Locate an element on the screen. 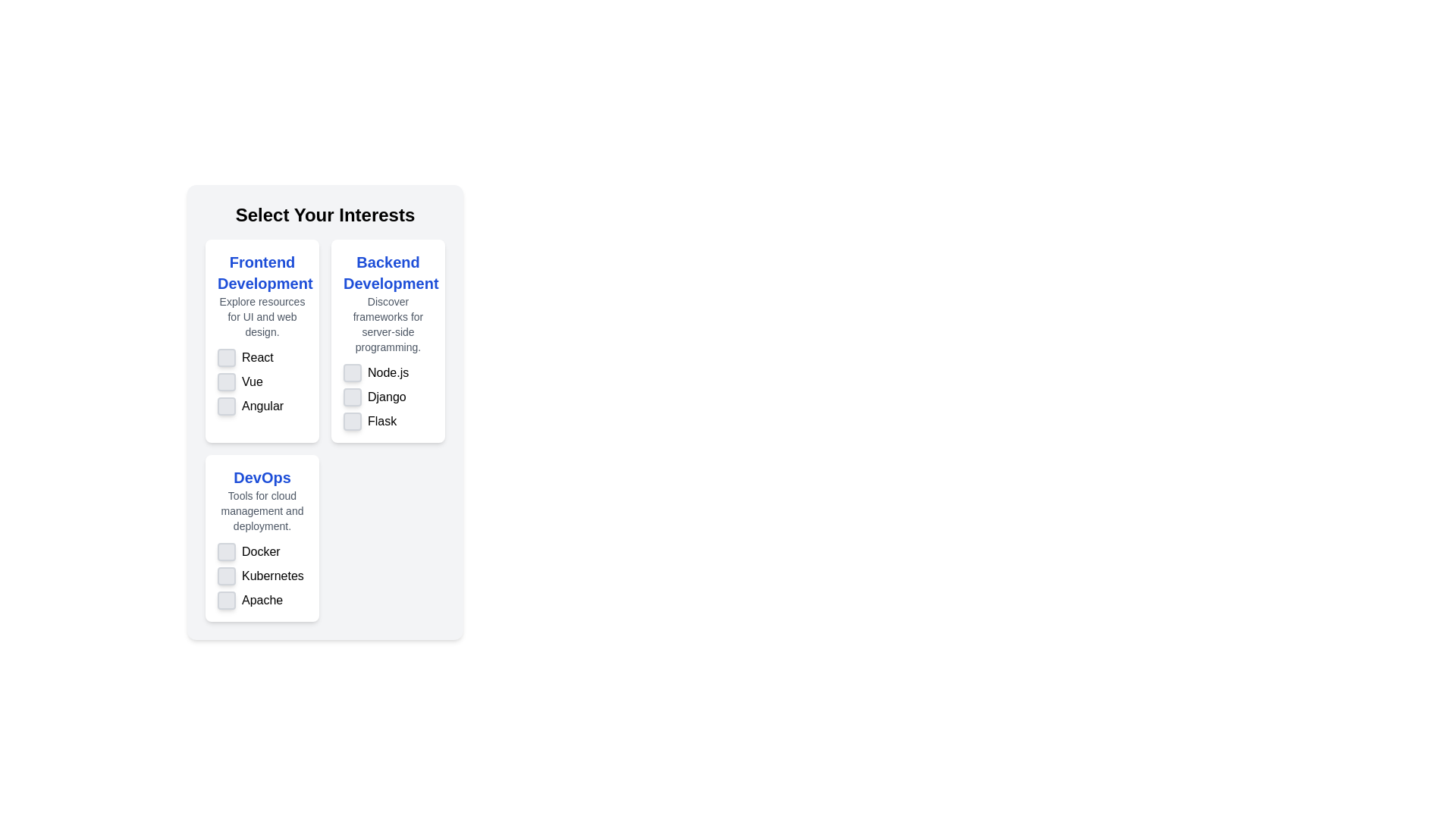 The width and height of the screenshot is (1456, 819). text label 'Node.js' located to the right of the checkbox in the 'Backend Development' section, which is the first item in the list is located at coordinates (388, 373).